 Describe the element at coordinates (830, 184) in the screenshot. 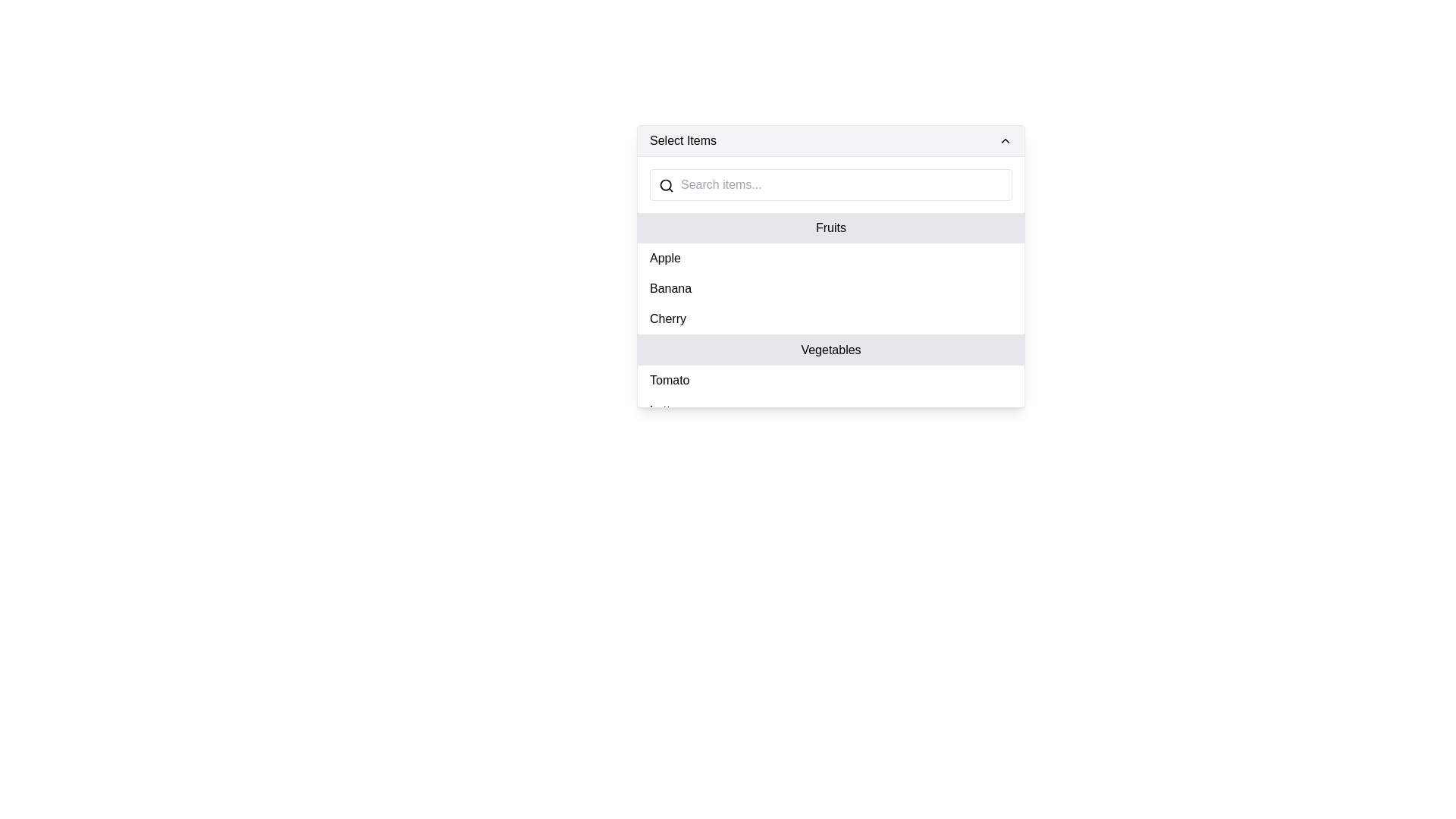

I see `the Search Input Field located at the top of the dropdown menu for viewing additional tooltips` at that location.